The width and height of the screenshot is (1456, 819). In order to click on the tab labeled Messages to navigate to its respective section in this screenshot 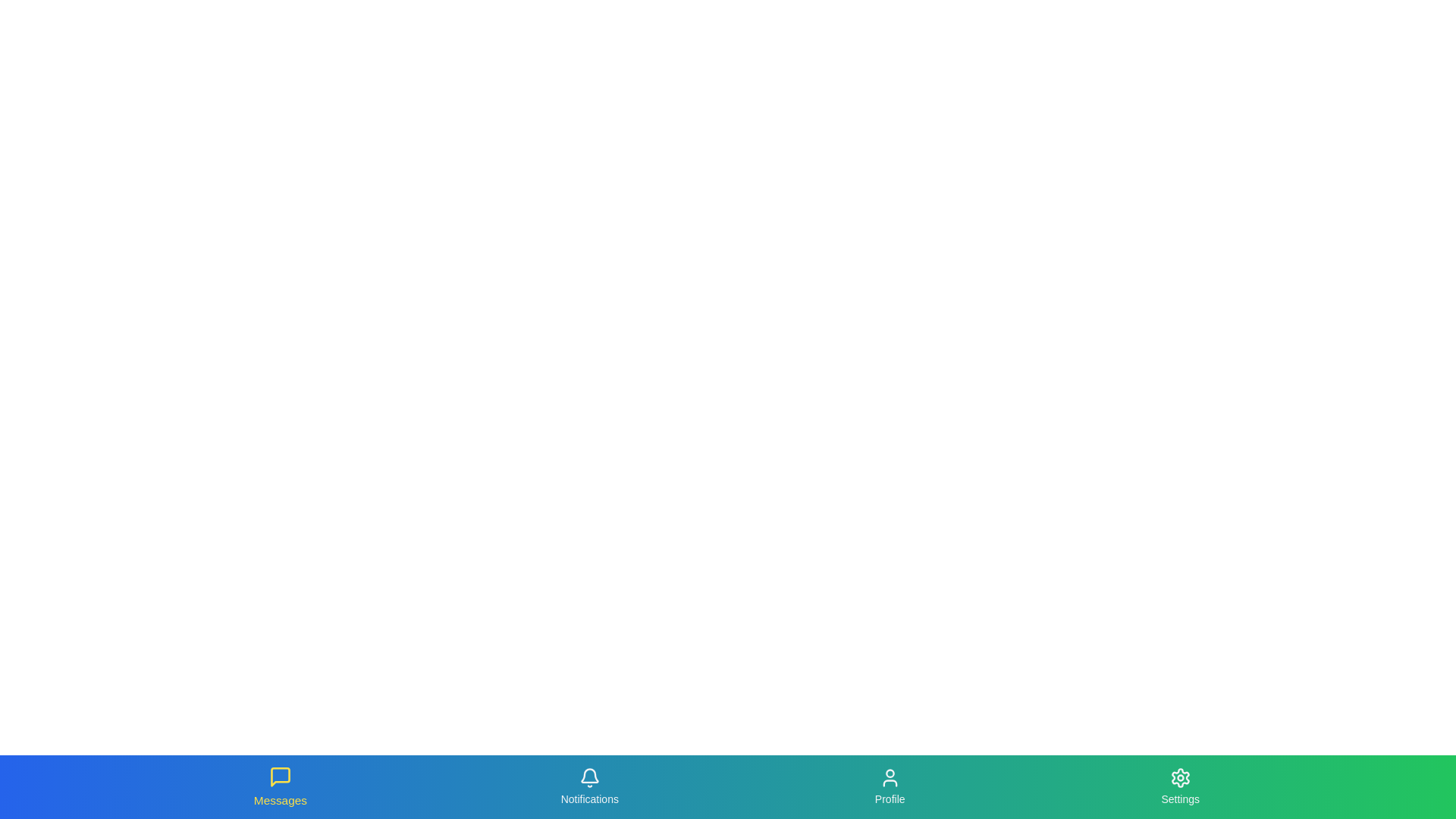, I will do `click(280, 786)`.